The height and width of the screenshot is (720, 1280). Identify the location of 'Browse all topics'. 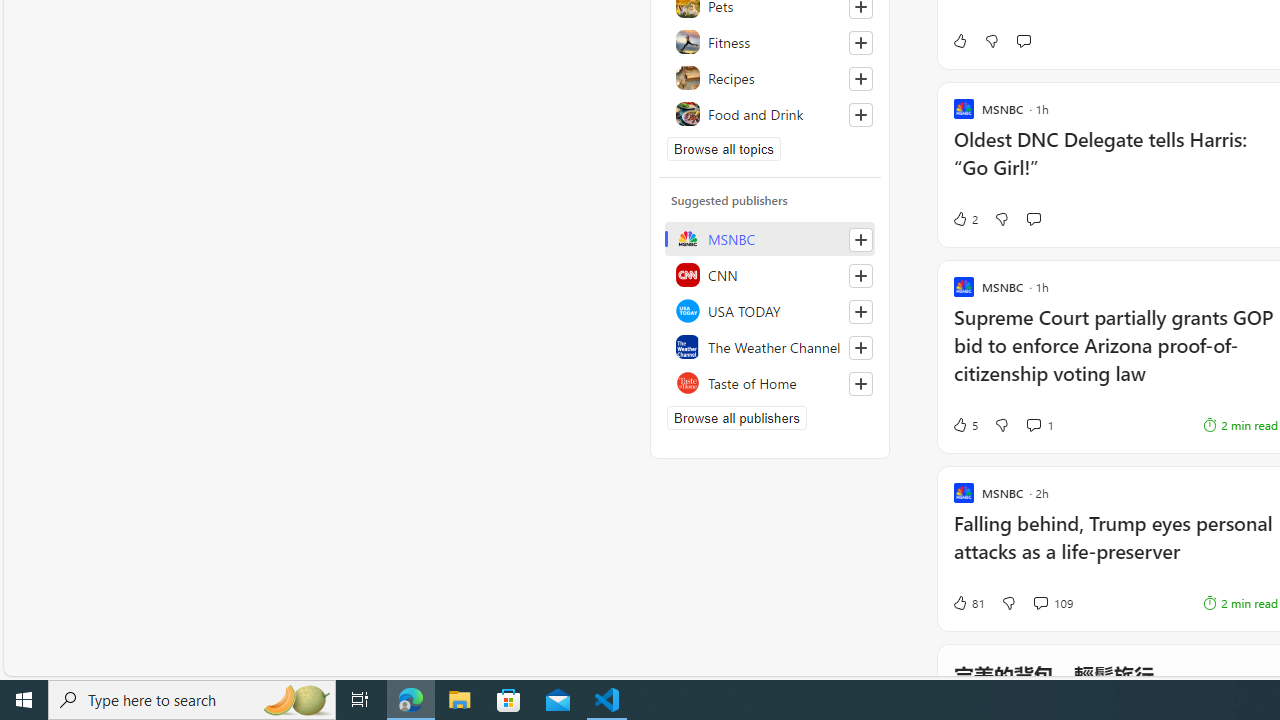
(723, 148).